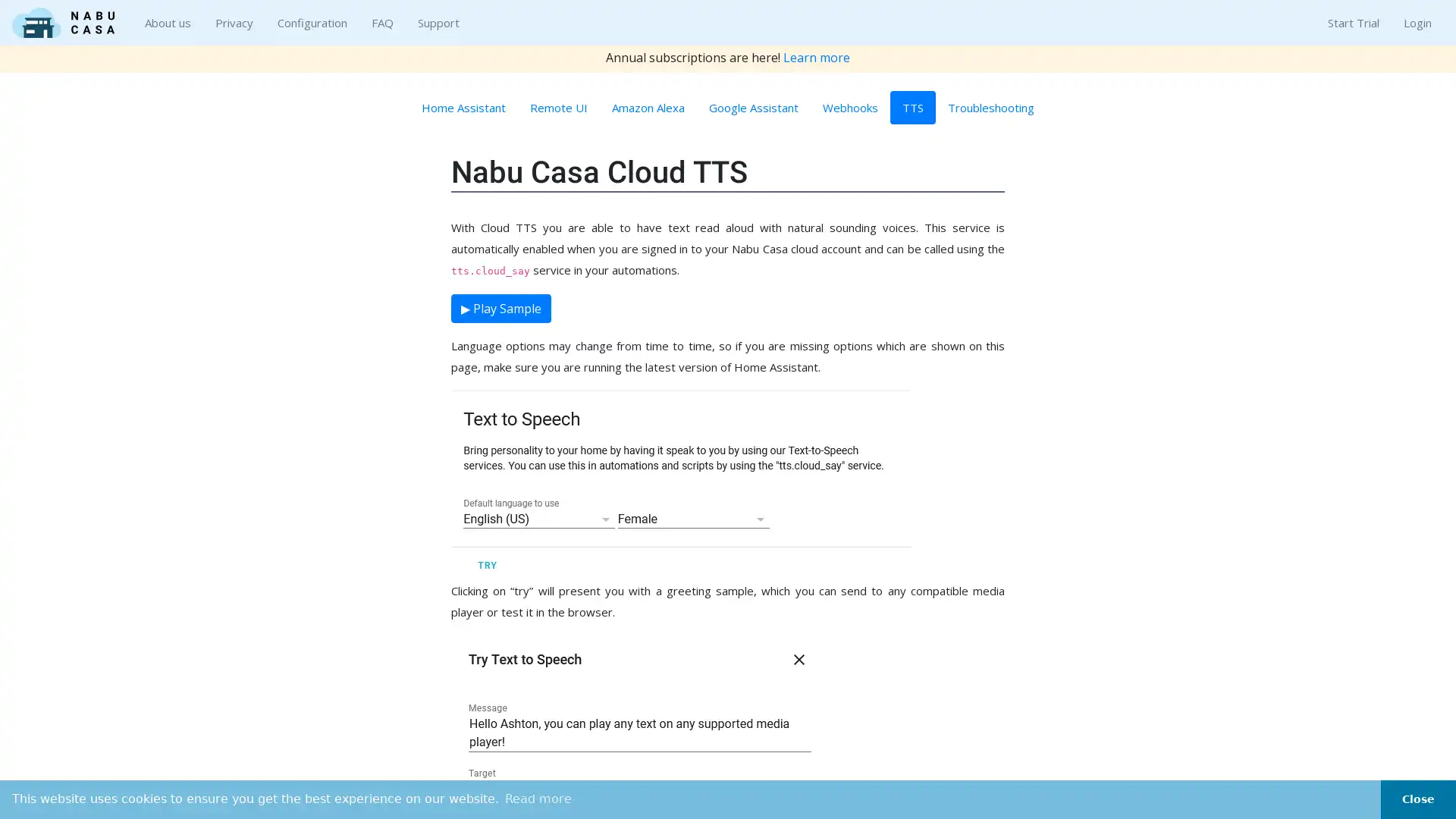 The image size is (1456, 819). I want to click on Play Sample, so click(501, 308).